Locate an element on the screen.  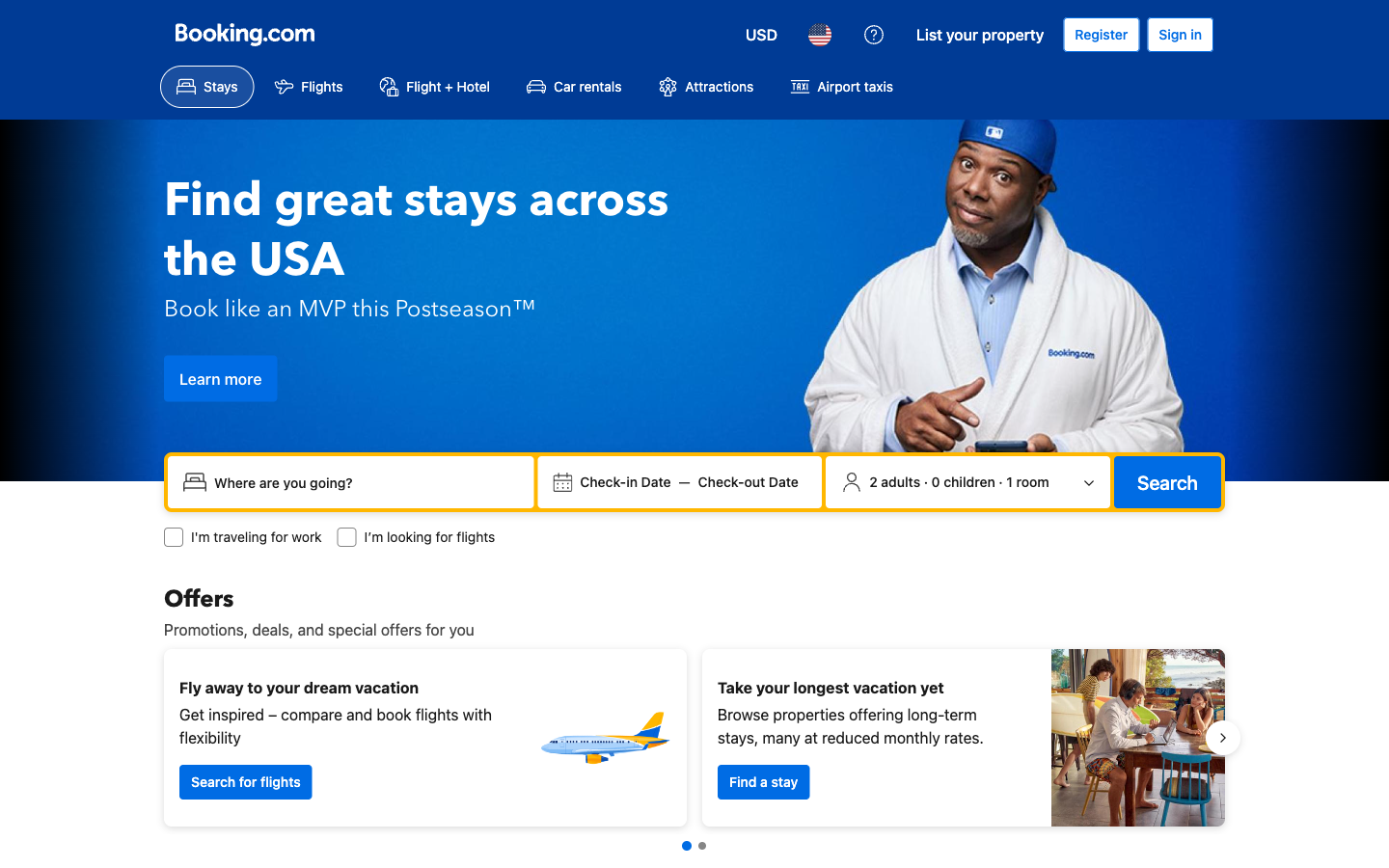
Begin the process of account registration is located at coordinates (1101, 34).